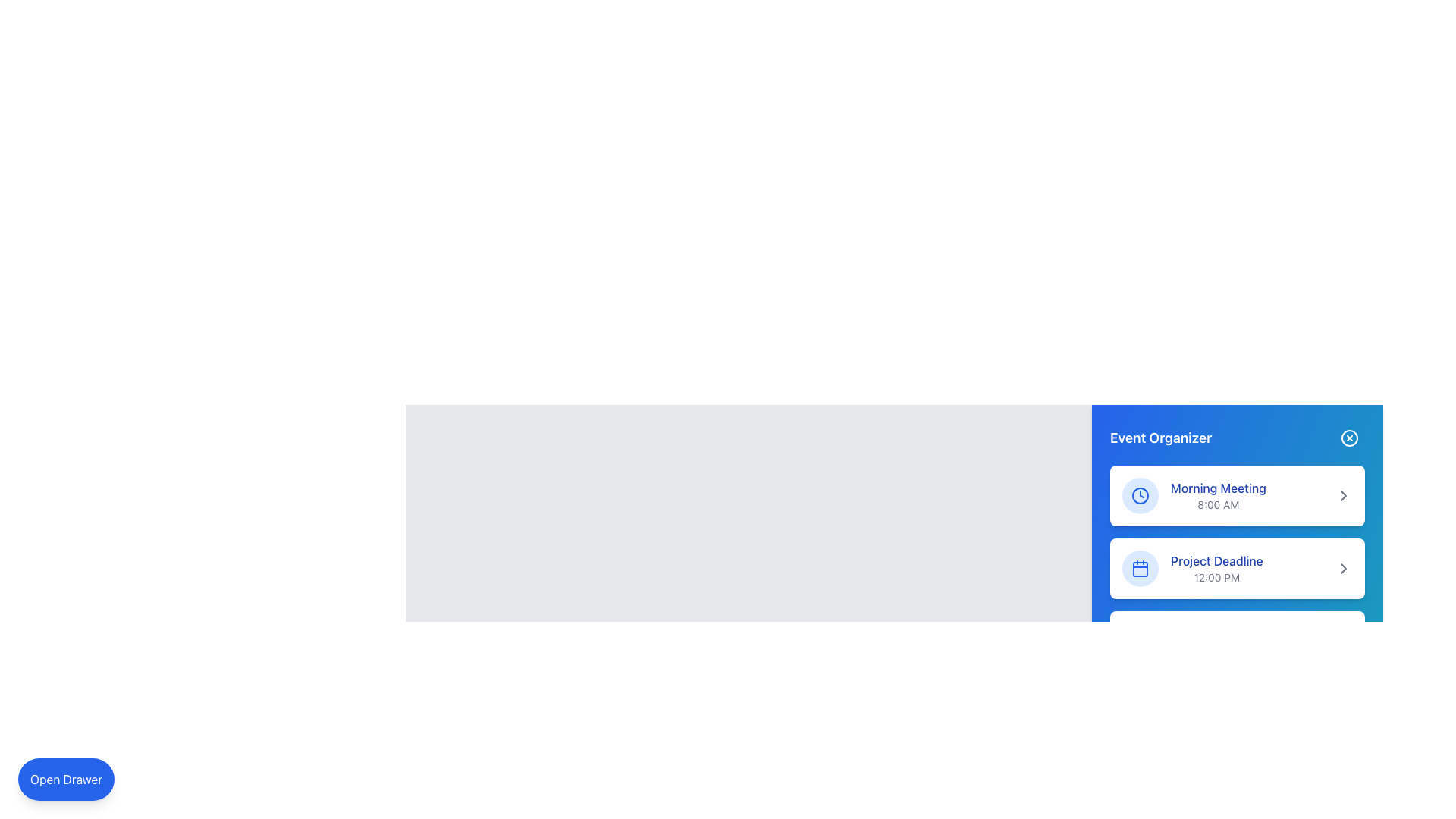  What do you see at coordinates (1343, 568) in the screenshot?
I see `the chevron icon located on the far-right side of the 'Project Deadline' section in the 'Event Organizer' widget` at bounding box center [1343, 568].